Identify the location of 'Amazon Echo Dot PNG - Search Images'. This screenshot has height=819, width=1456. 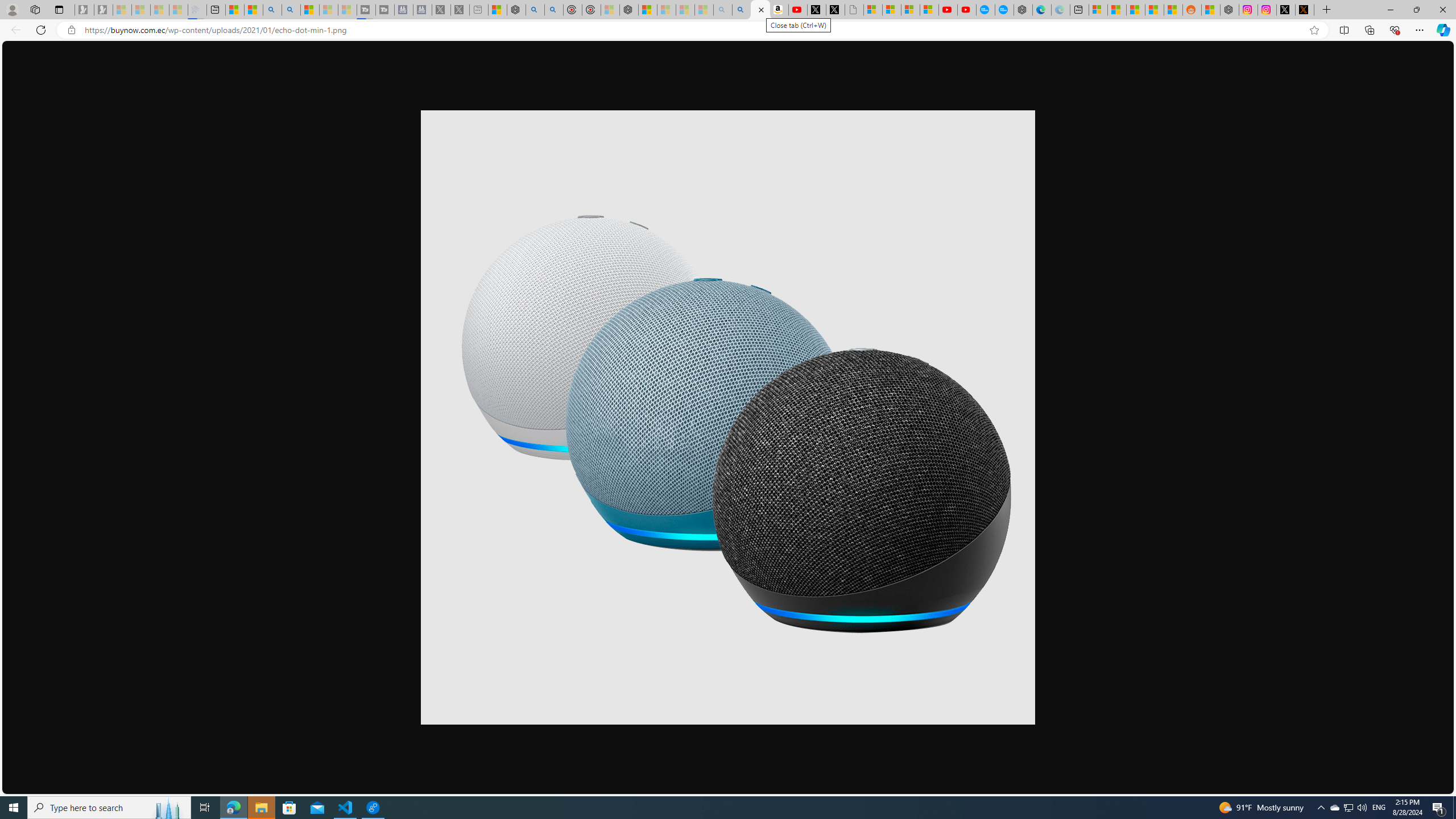
(742, 9).